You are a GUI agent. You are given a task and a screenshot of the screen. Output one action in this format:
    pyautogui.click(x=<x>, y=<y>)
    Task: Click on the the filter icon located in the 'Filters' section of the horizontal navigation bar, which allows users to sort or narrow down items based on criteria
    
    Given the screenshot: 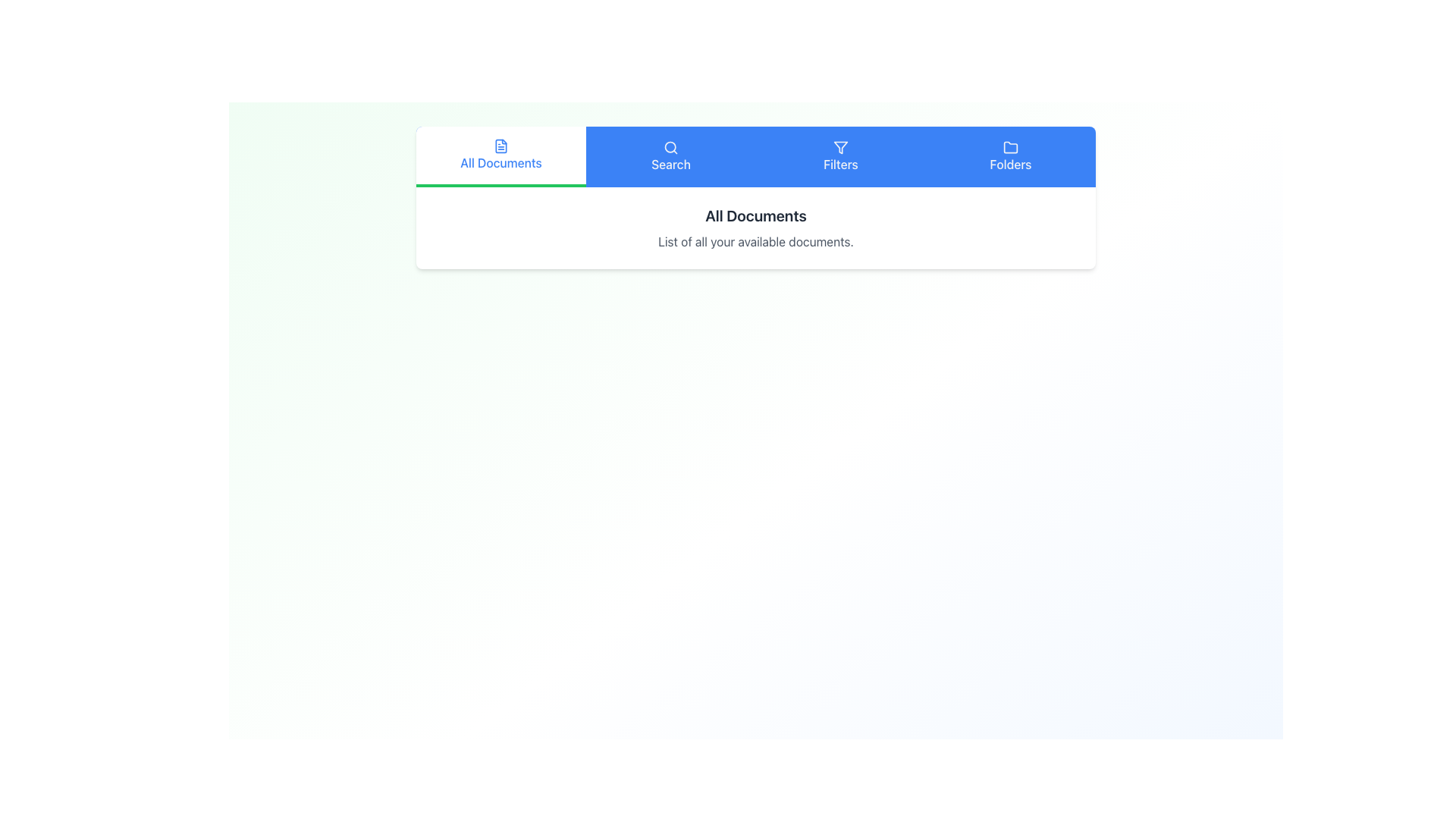 What is the action you would take?
    pyautogui.click(x=839, y=148)
    